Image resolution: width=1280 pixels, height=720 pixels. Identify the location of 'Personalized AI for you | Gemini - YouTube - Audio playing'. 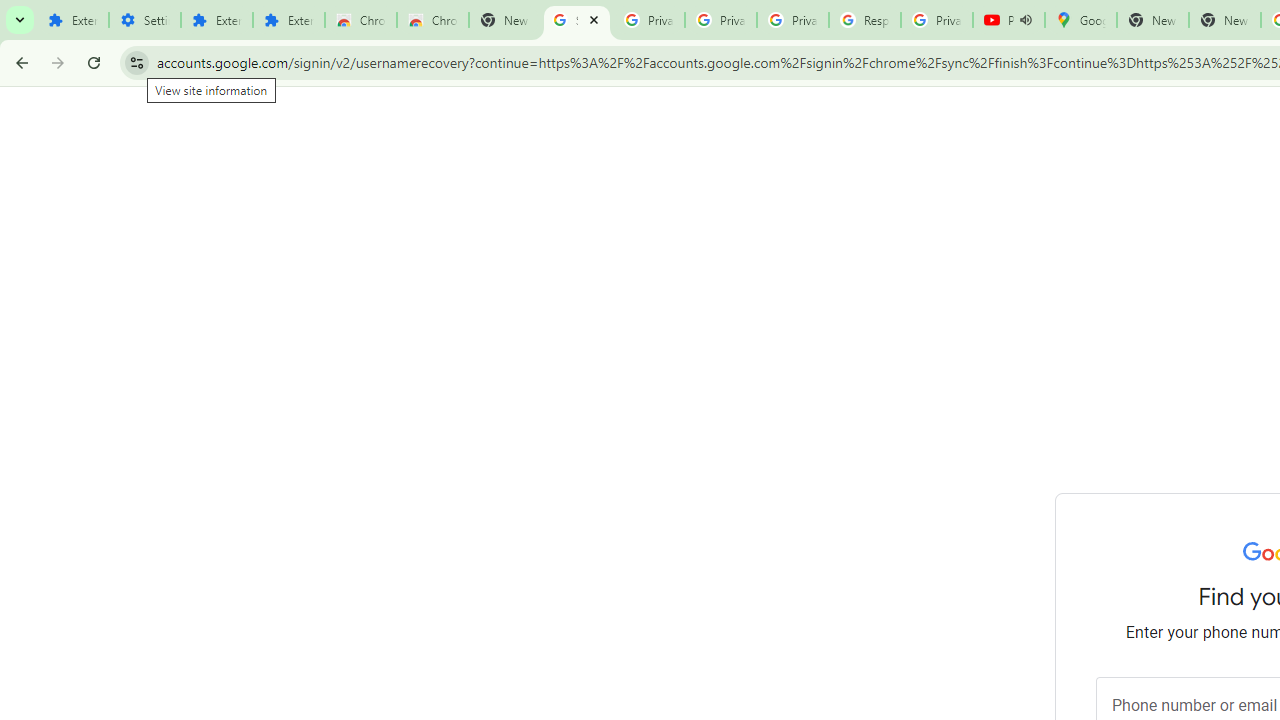
(1008, 20).